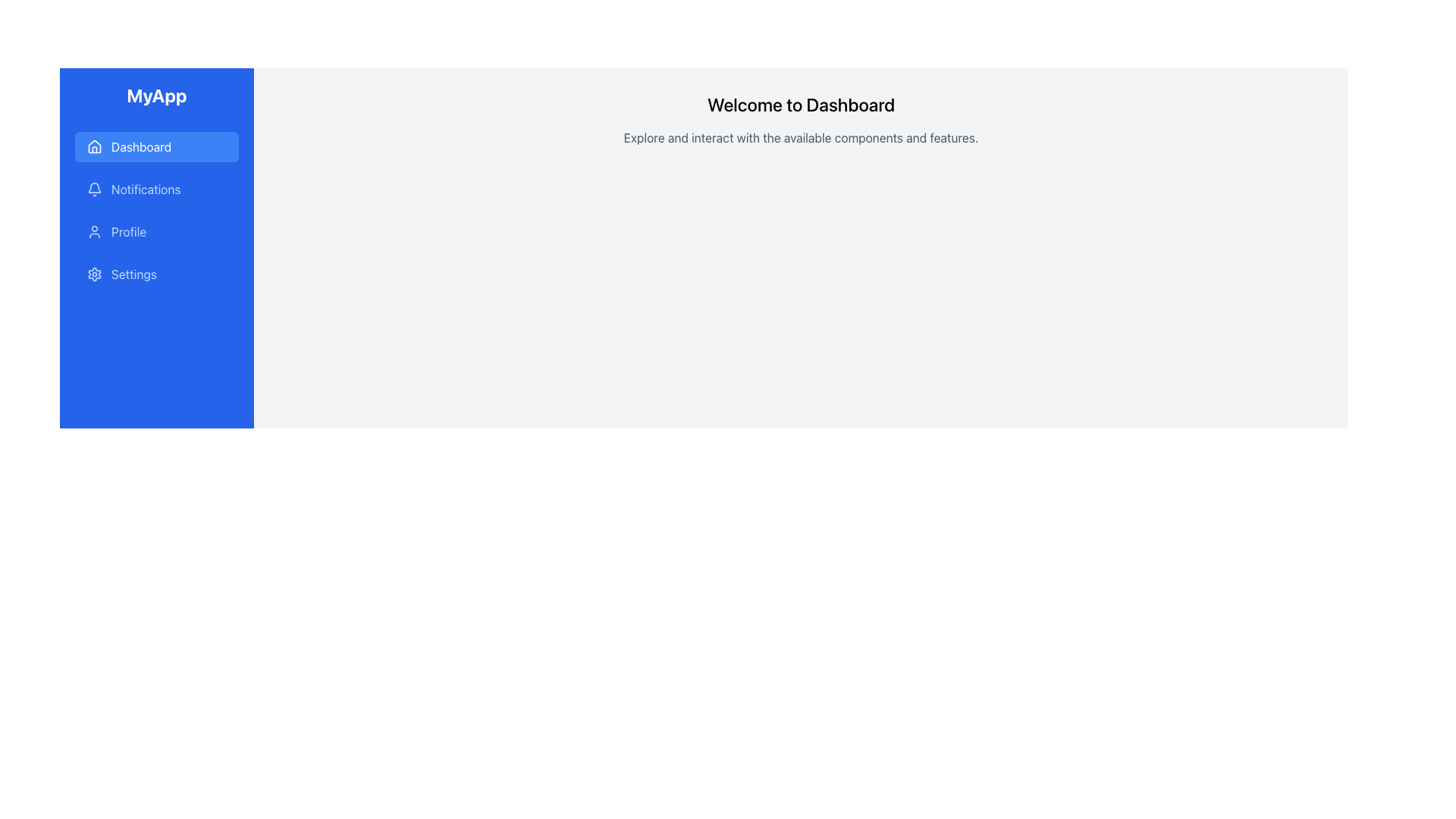  Describe the element at coordinates (93, 275) in the screenshot. I see `the small blue gear icon that signifies settings, located in the vertical navigation menu under the 'Profile' menu item` at that location.